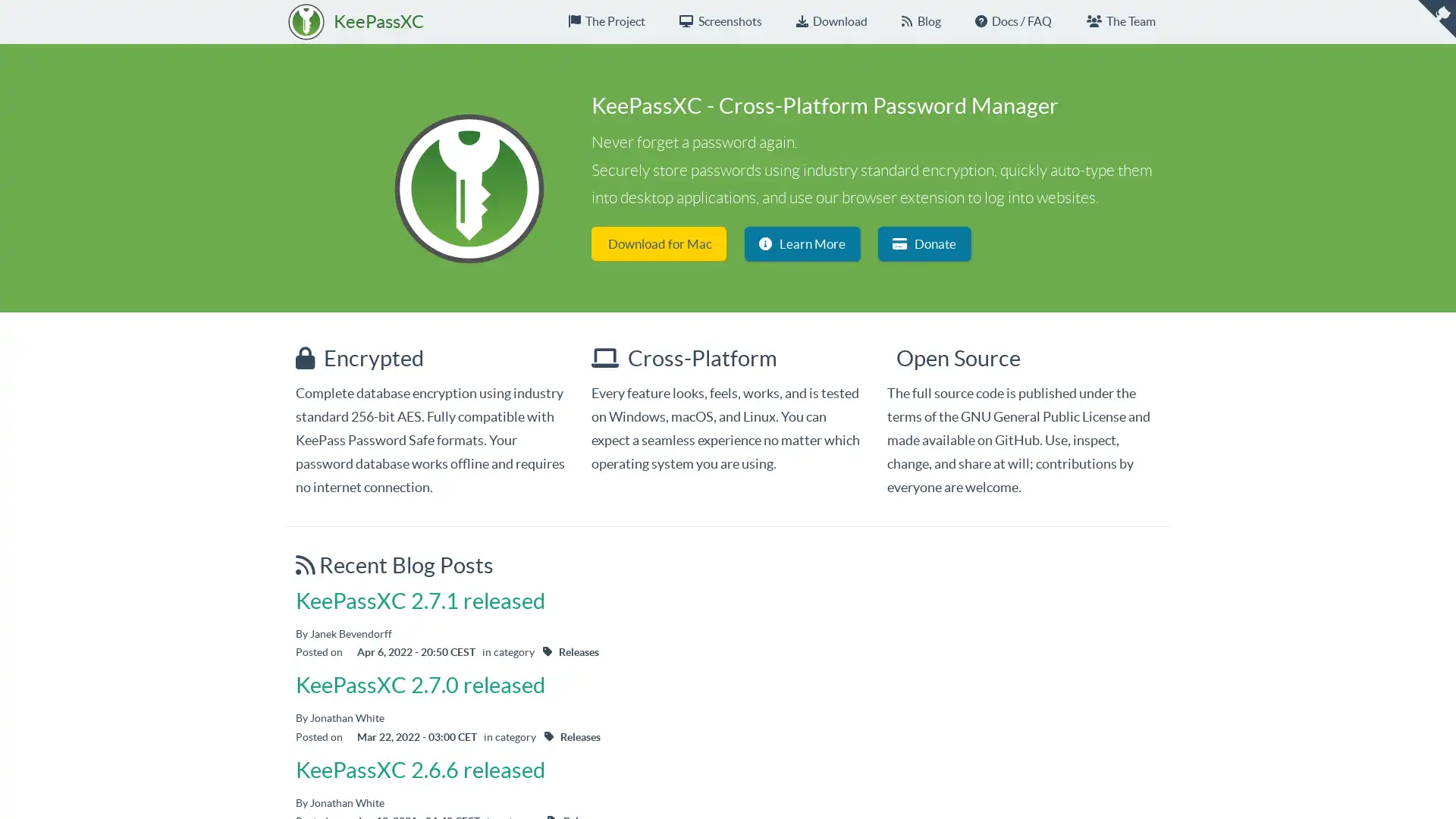 The width and height of the screenshot is (1456, 819). Describe the element at coordinates (801, 242) in the screenshot. I see `Learn More` at that location.